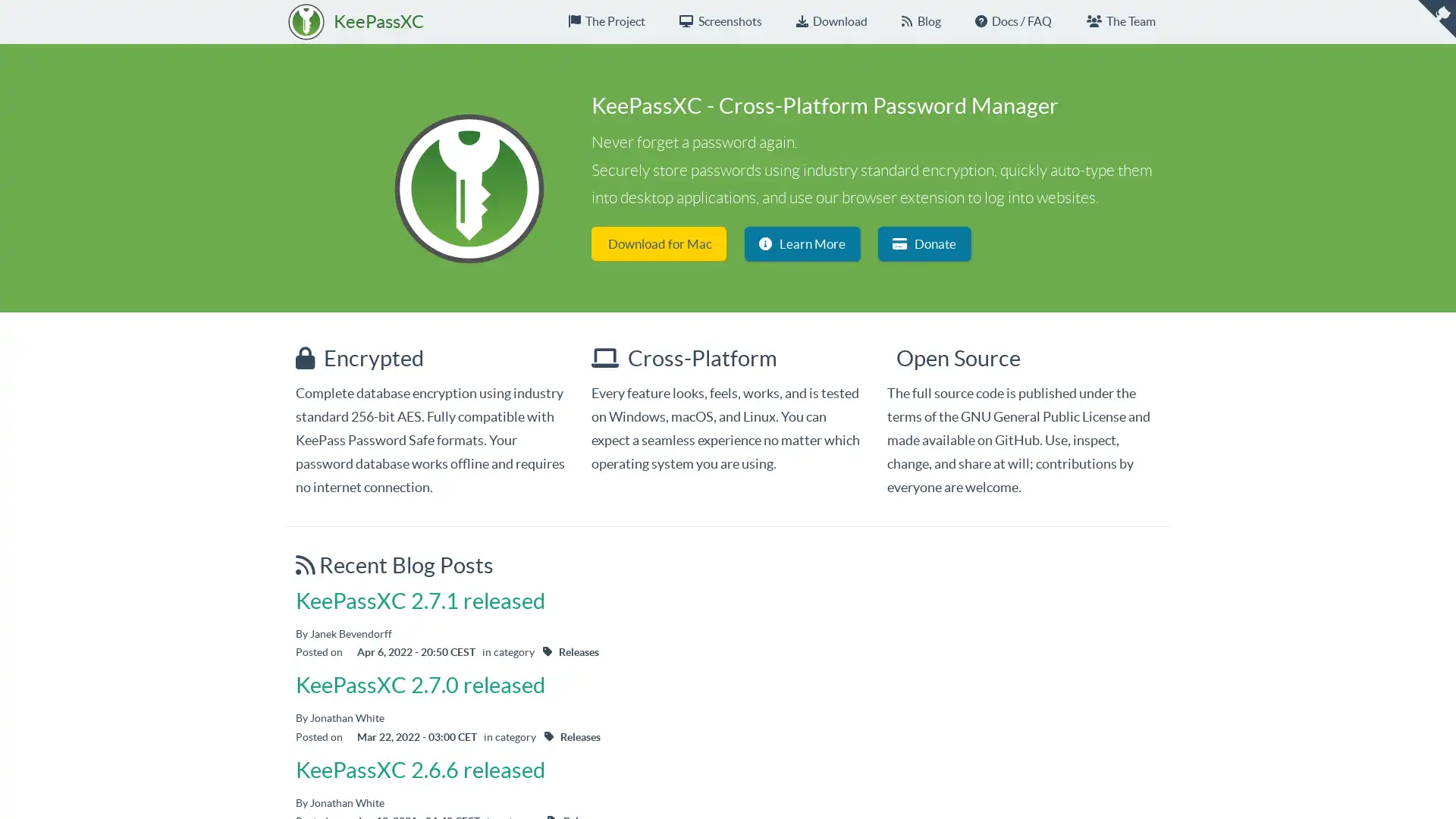 The width and height of the screenshot is (1456, 819). Describe the element at coordinates (801, 242) in the screenshot. I see `Learn More` at that location.